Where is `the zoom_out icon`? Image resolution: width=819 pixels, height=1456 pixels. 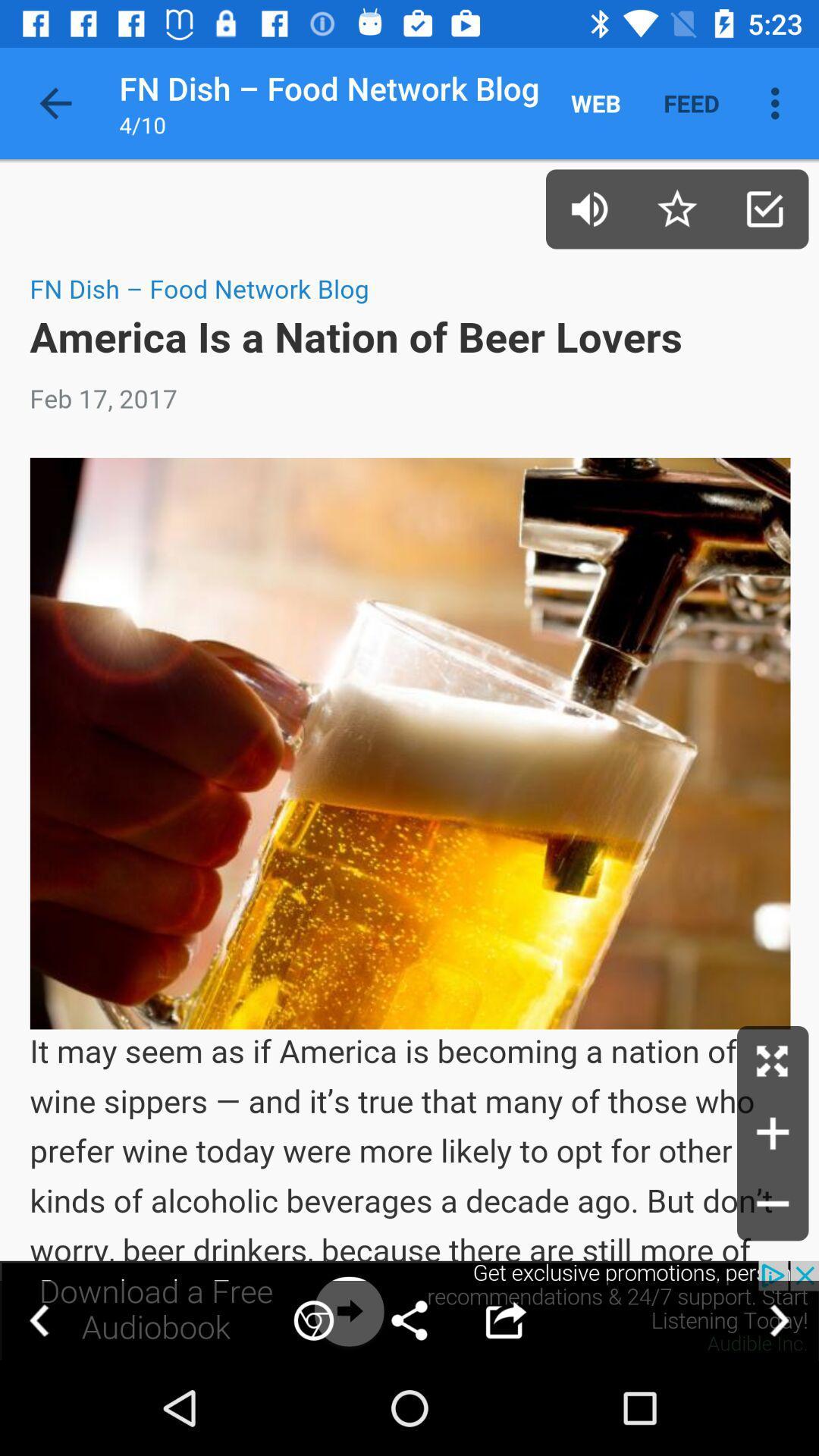
the zoom_out icon is located at coordinates (773, 1204).